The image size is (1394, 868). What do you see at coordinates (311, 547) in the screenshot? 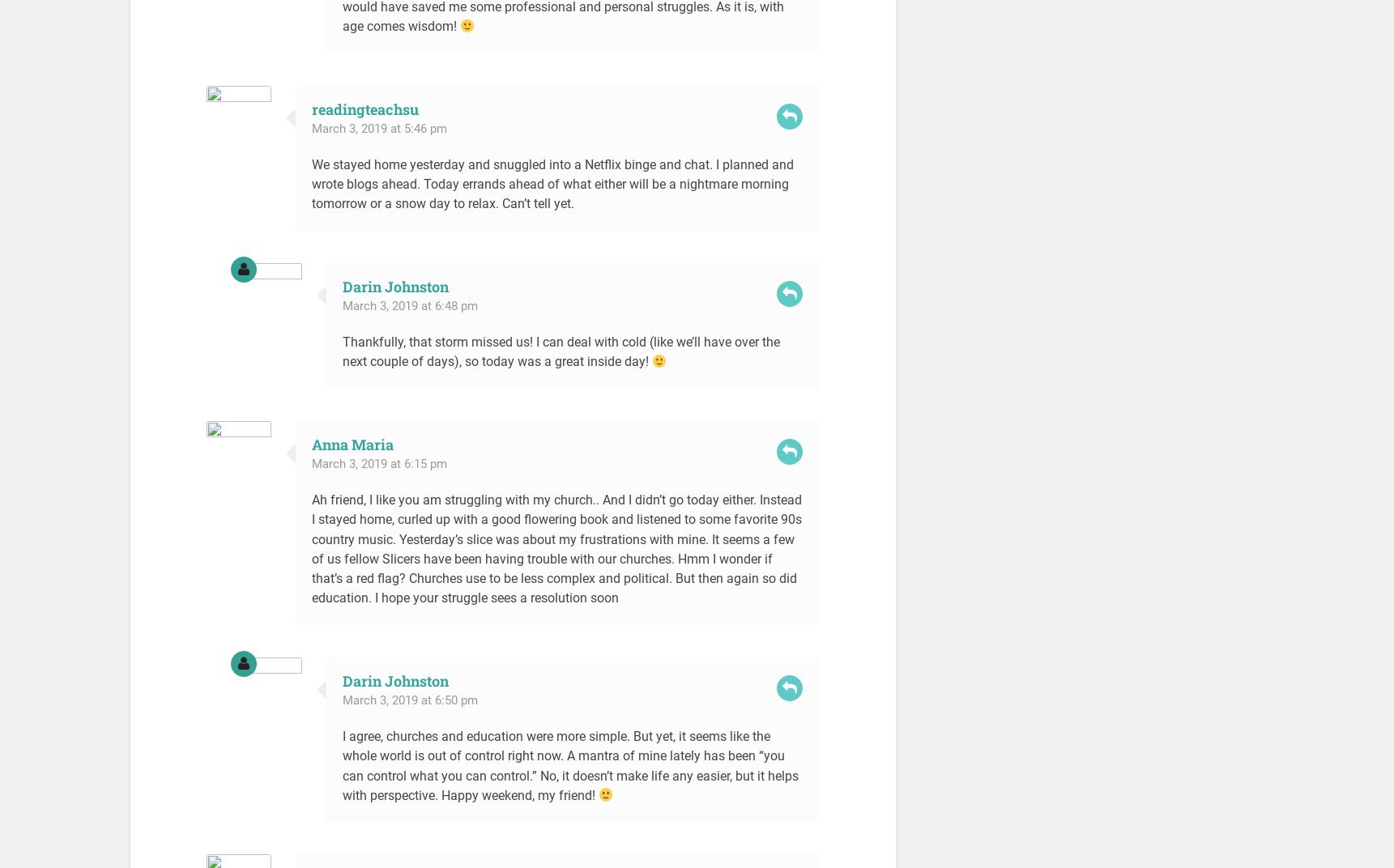
I see `'Ah friend, I like you am struggling with my church.. And I didn’t go today either. Instead I stayed home, curled up with a good flowering book and listened to some favorite 90s country music.  Yesterday’s slice was about my frustrations with mine. It seems a few of us fellow Slicers have been having trouble with our churches. Hmm I wonder if that’s a red flag? Churches use to be less complex and political. But then again so did education. I hope your struggle sees a resolution soon'` at bounding box center [311, 547].